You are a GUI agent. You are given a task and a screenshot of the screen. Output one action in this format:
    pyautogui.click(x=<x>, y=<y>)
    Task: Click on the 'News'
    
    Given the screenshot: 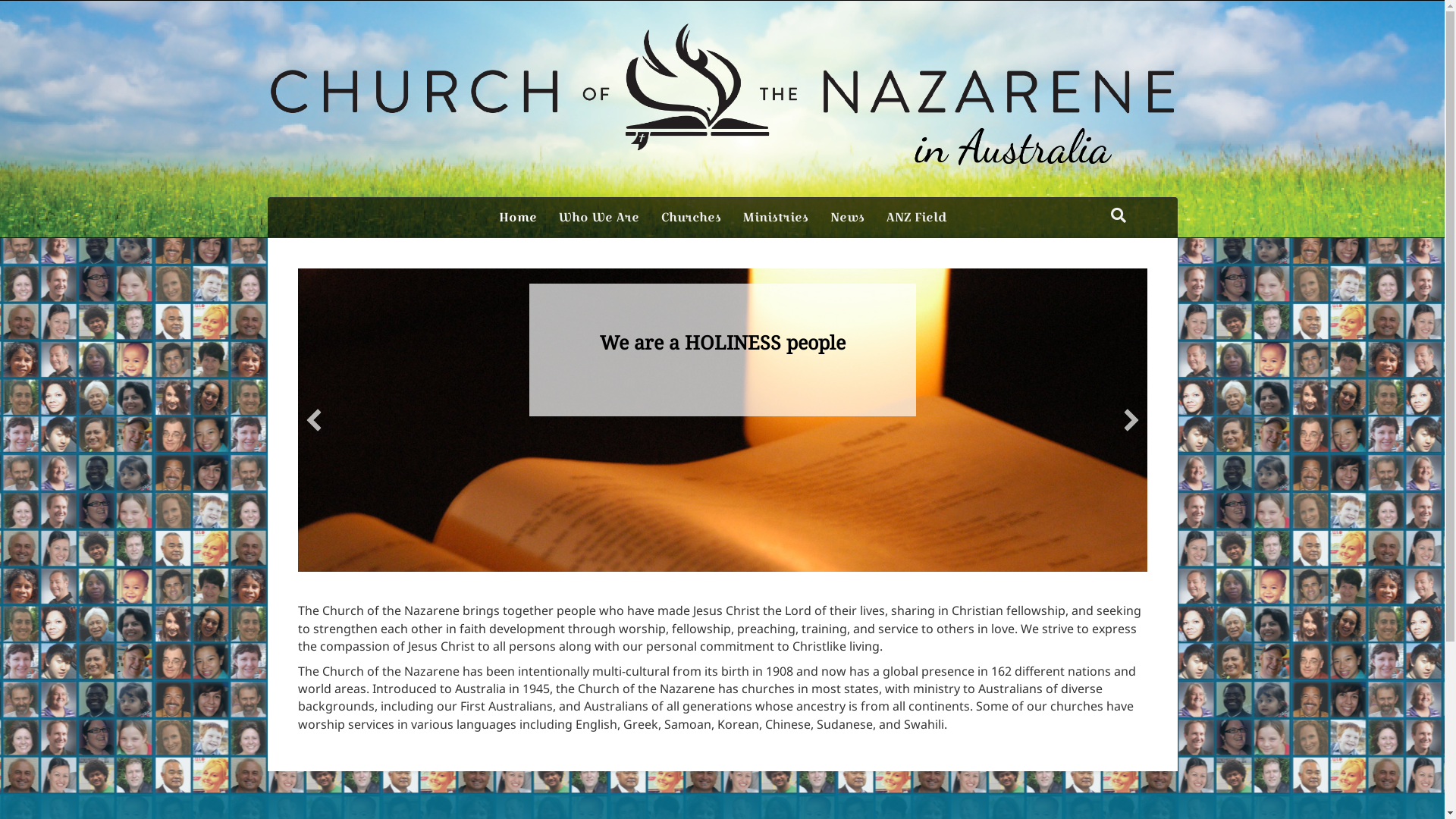 What is the action you would take?
    pyautogui.click(x=846, y=217)
    